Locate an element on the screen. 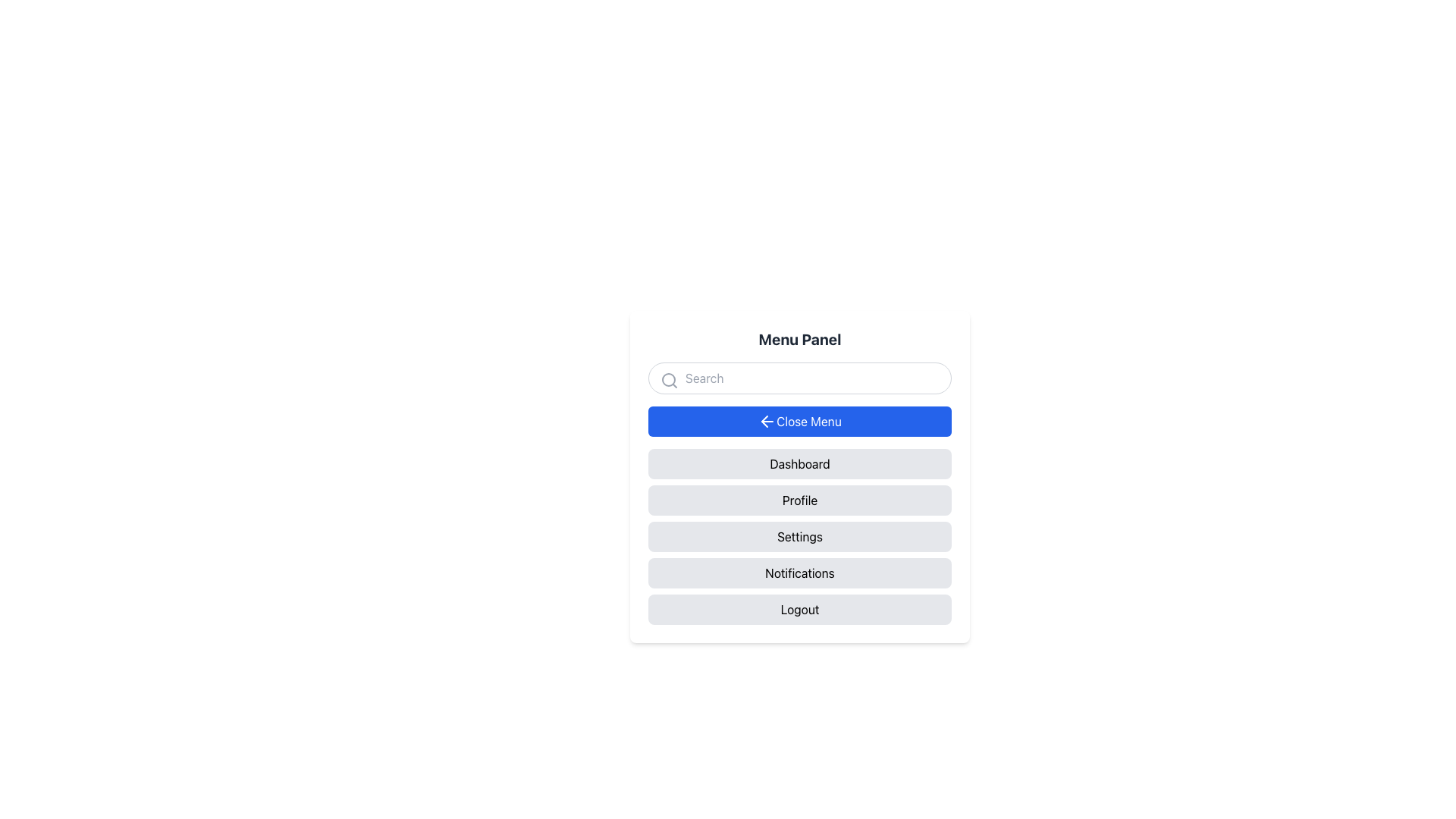 The height and width of the screenshot is (819, 1456). the rounded search bar input field located below the 'Menu Panel' title is located at coordinates (799, 377).